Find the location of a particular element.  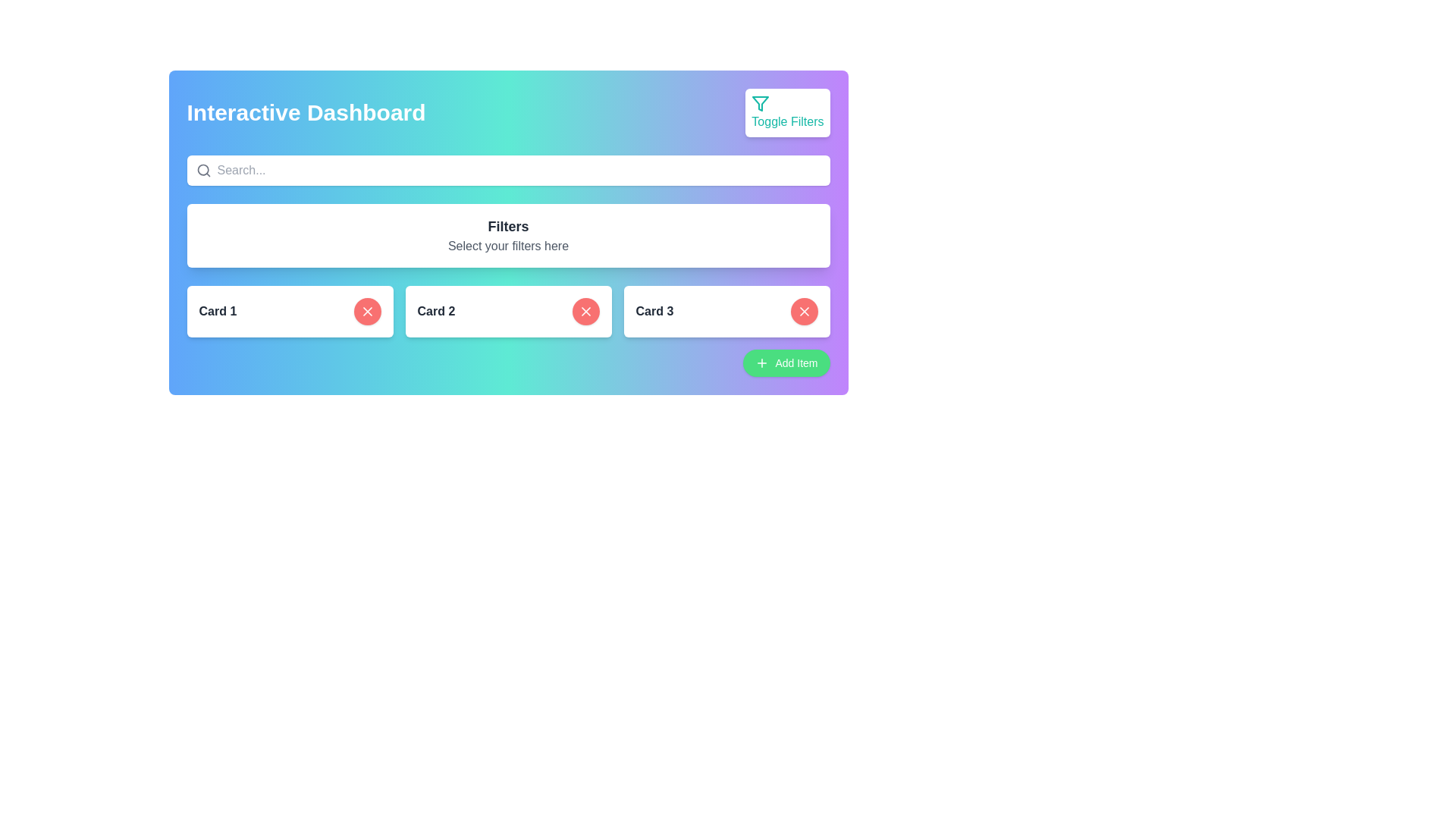

the delete Icon button located in the bottom section of 'Card 1' is located at coordinates (585, 311).